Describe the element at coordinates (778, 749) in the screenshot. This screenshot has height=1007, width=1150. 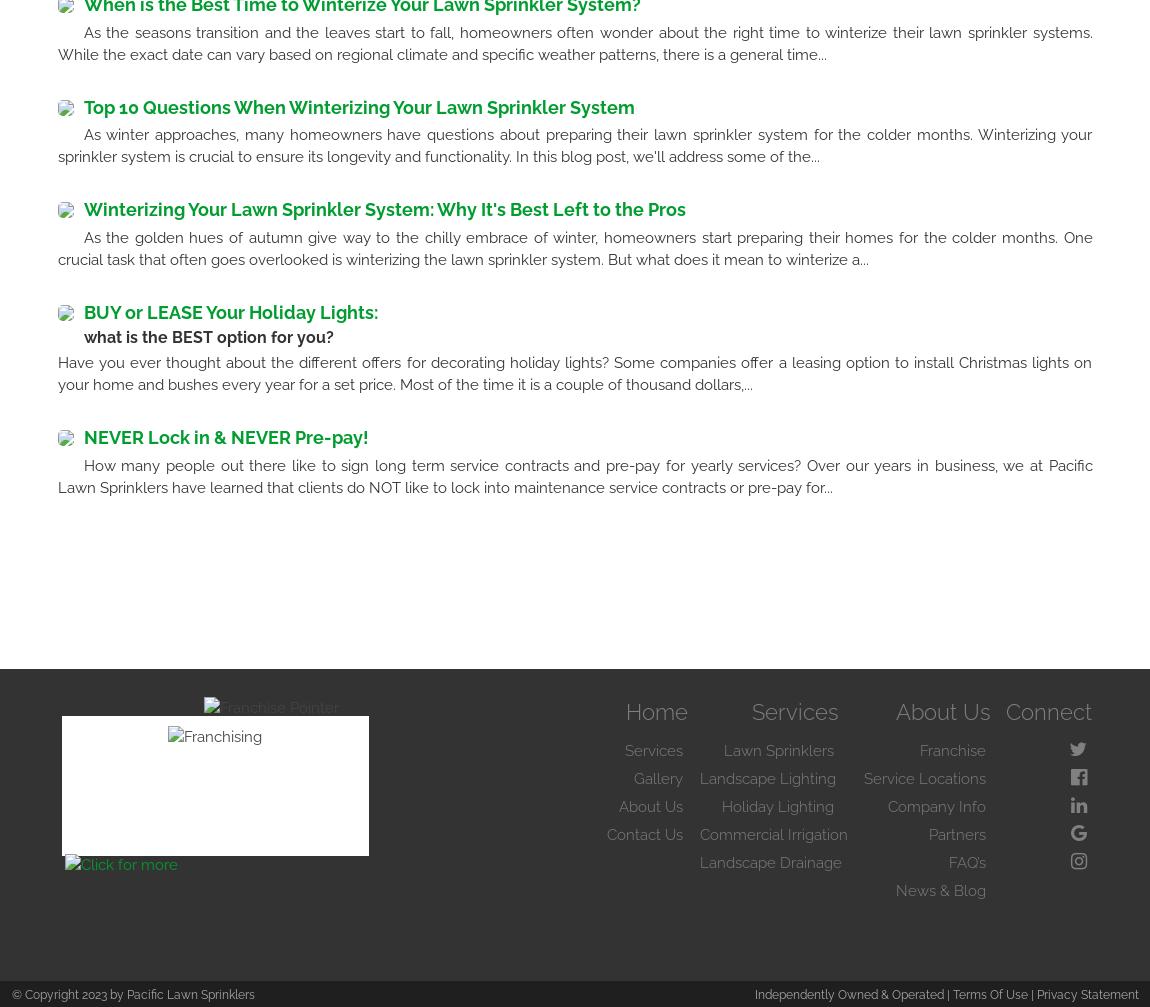
I see `'Lawn Sprinklers'` at that location.